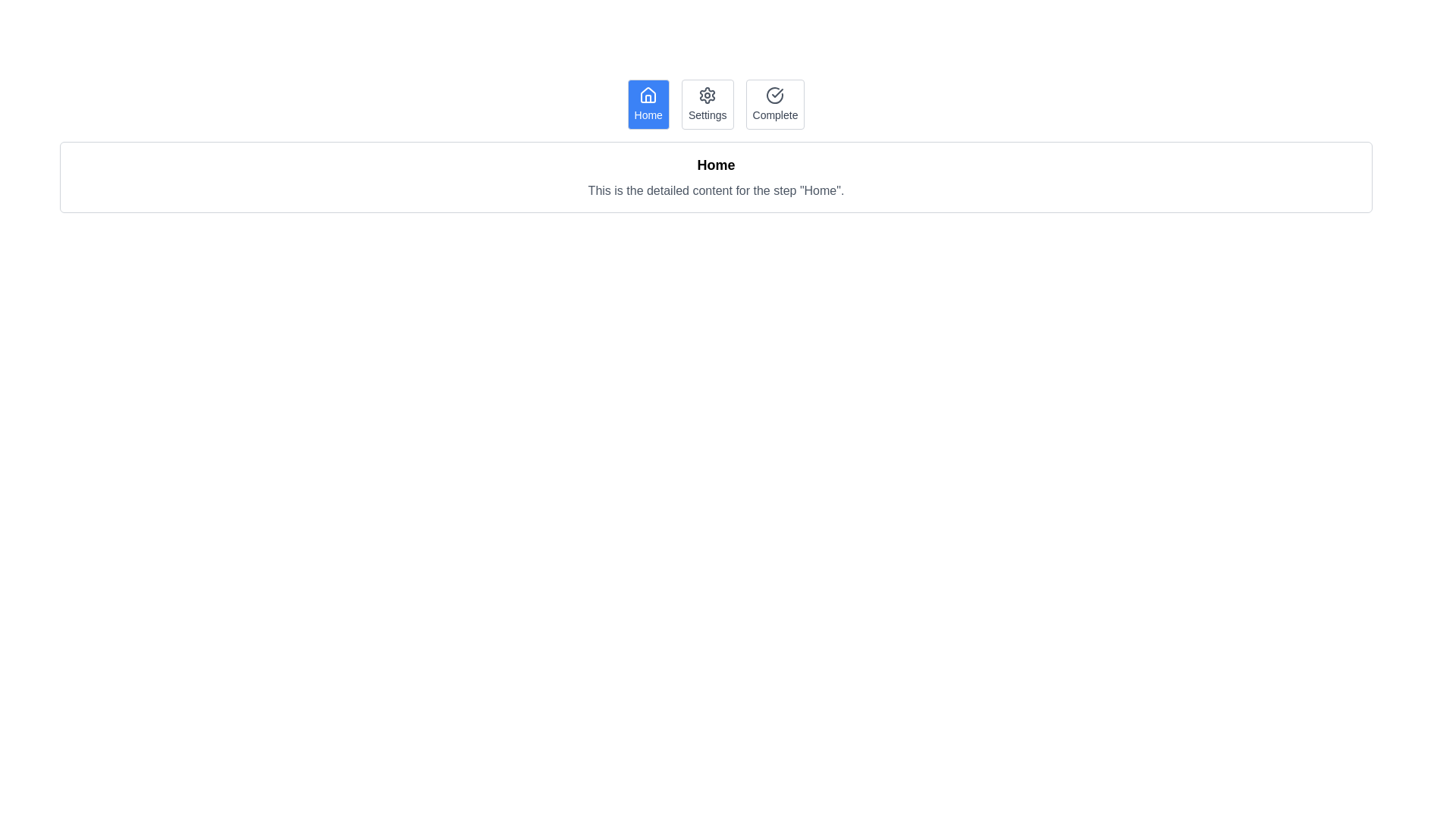 The image size is (1456, 819). Describe the element at coordinates (648, 104) in the screenshot. I see `the 'Home' interactive button` at that location.